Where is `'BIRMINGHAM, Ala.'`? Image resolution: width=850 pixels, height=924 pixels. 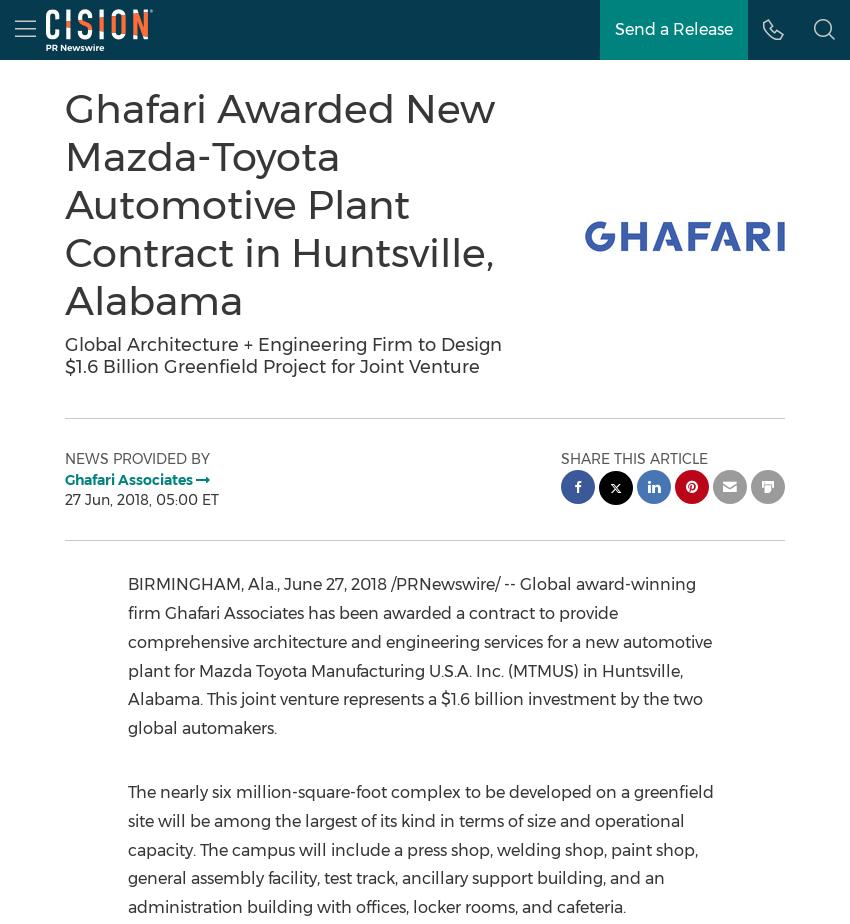
'BIRMINGHAM, Ala.' is located at coordinates (200, 584).